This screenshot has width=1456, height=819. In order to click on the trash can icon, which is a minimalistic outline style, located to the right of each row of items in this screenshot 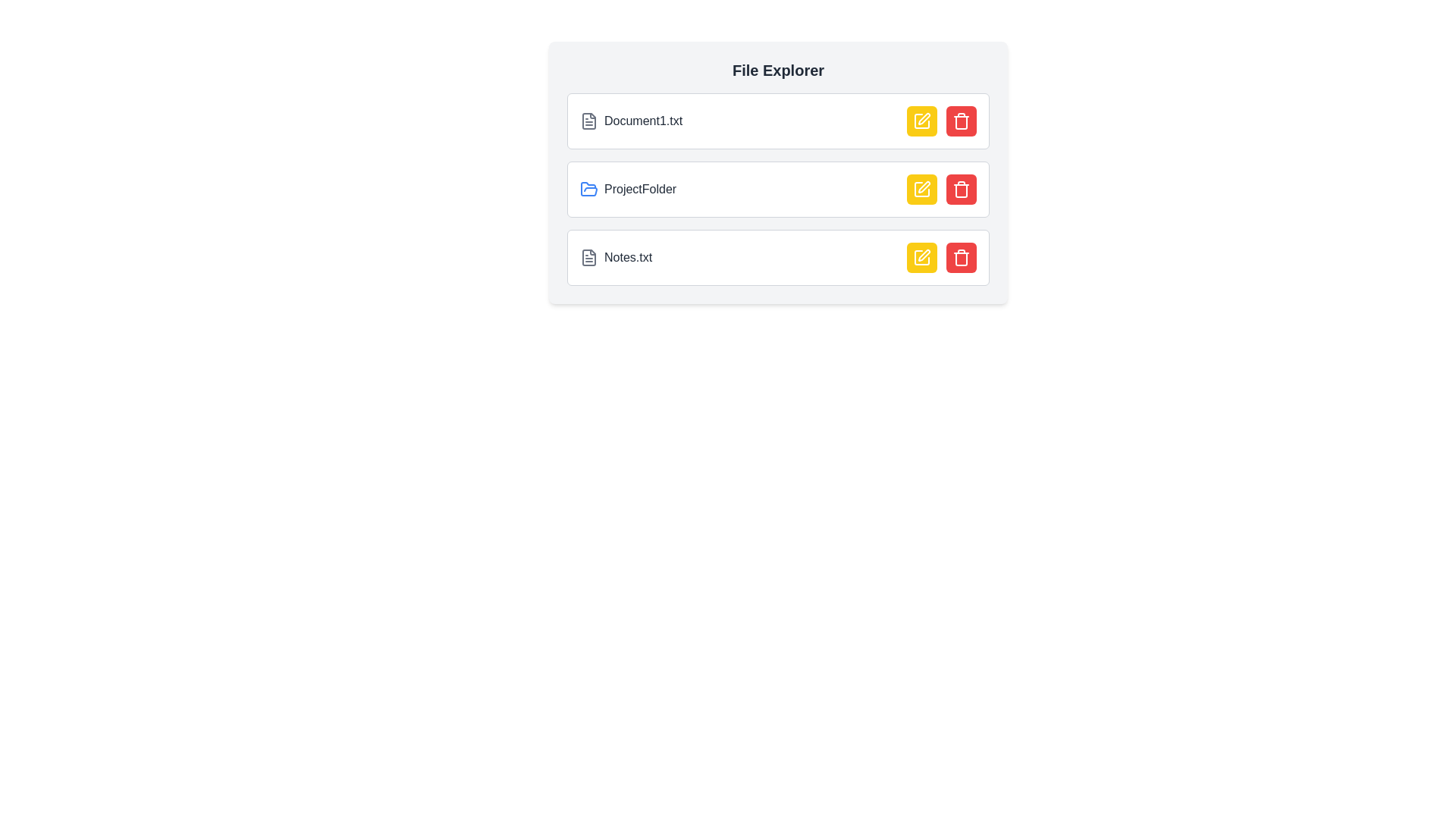, I will do `click(960, 122)`.